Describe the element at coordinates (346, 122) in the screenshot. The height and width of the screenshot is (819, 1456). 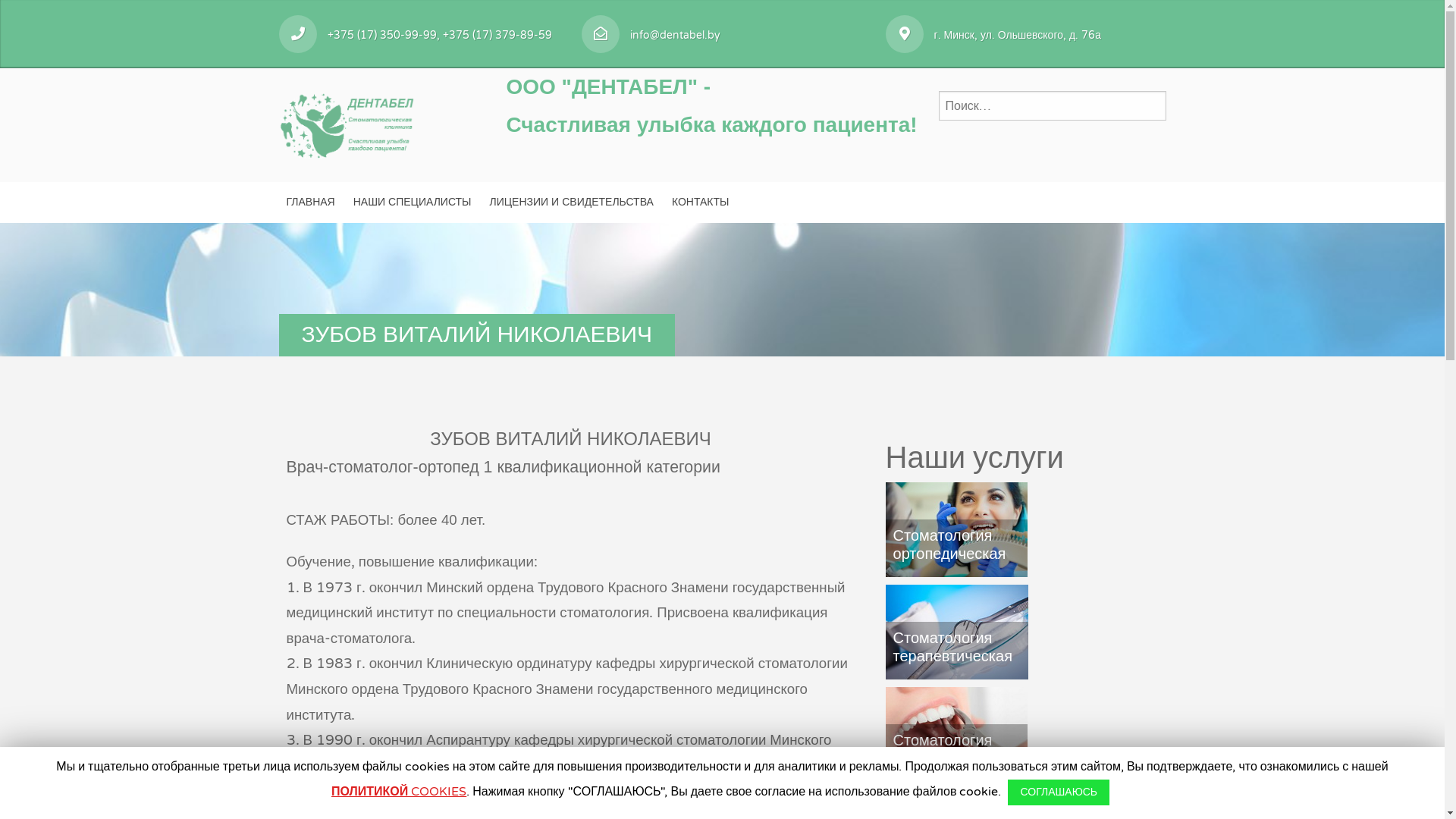
I see `'dentabel.by'` at that location.